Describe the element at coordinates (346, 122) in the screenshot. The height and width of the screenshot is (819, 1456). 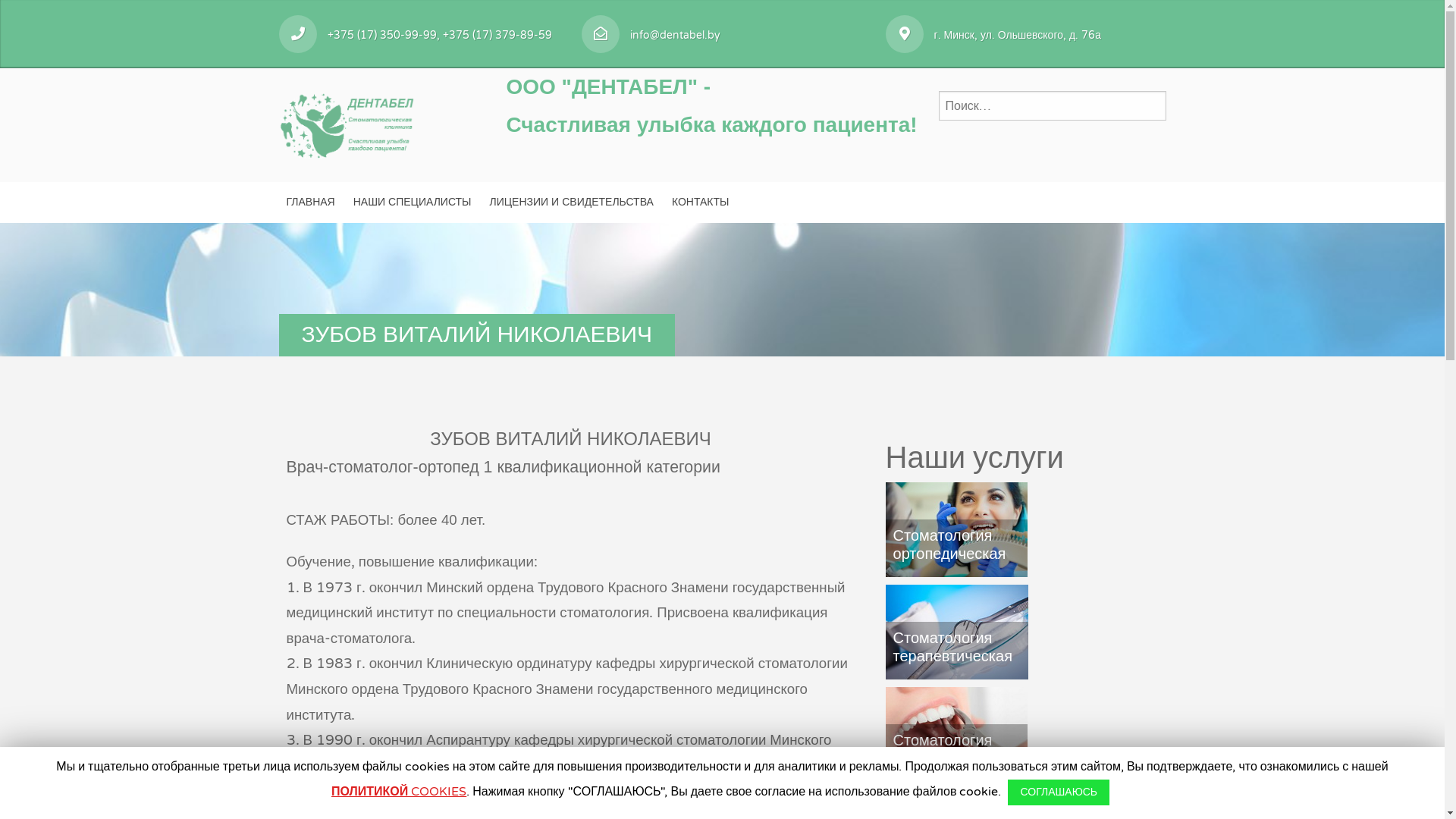
I see `'dentabel.by'` at that location.